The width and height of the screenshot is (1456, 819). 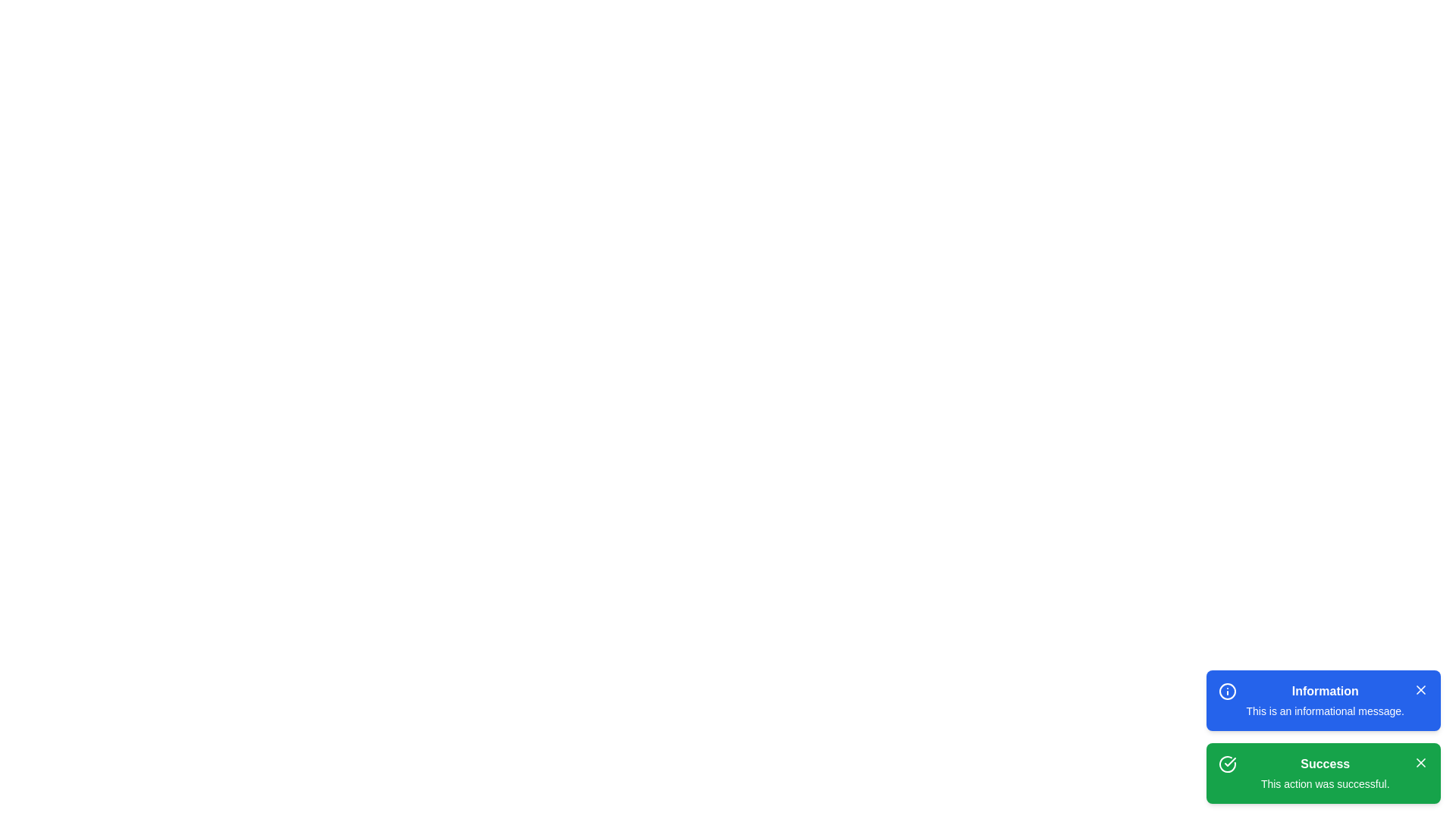 I want to click on the compact circular icon with an outline, located on the left side of the blue alert message box labeled 'Information', so click(x=1228, y=691).